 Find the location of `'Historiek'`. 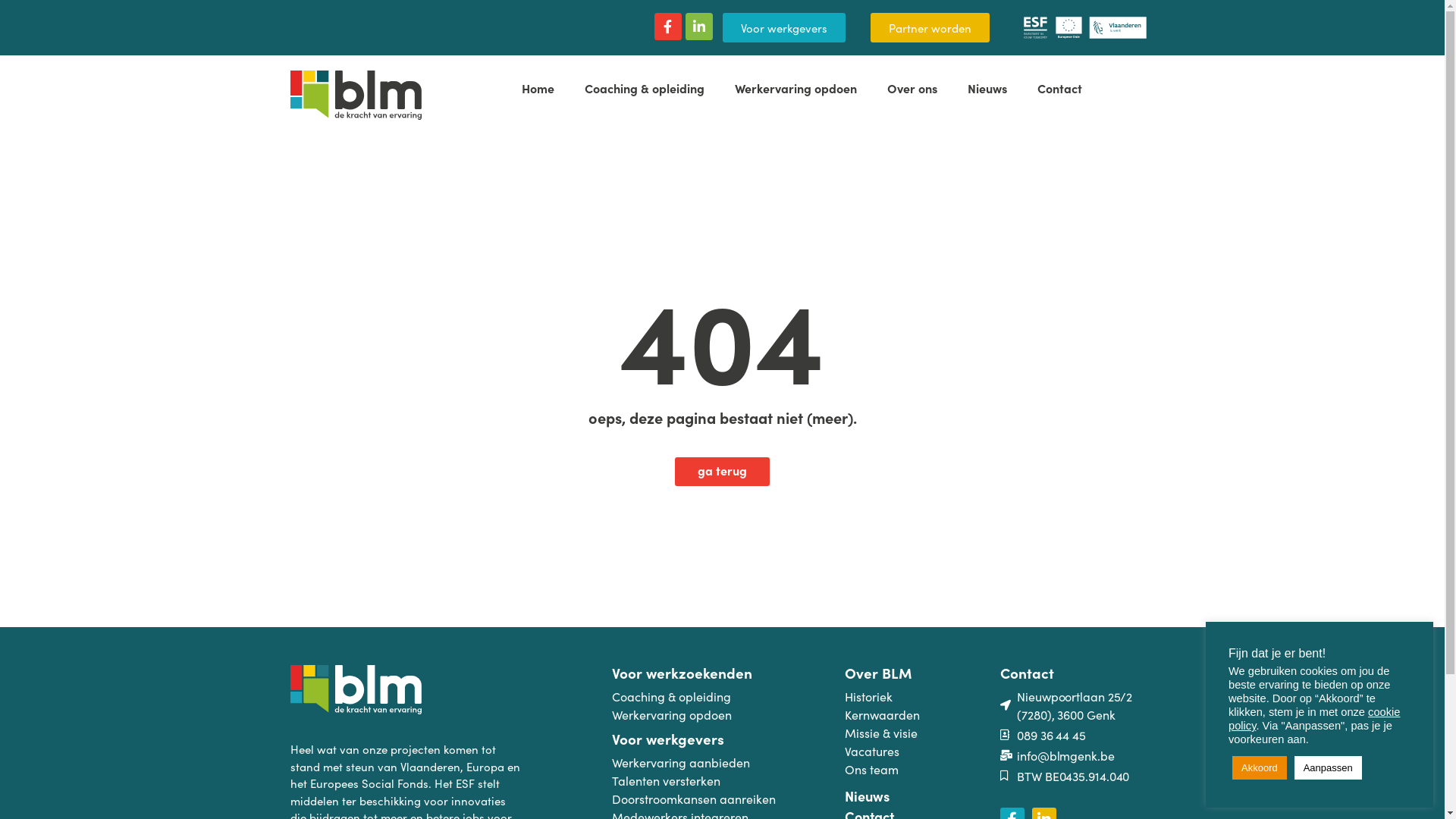

'Historiek' is located at coordinates (921, 696).